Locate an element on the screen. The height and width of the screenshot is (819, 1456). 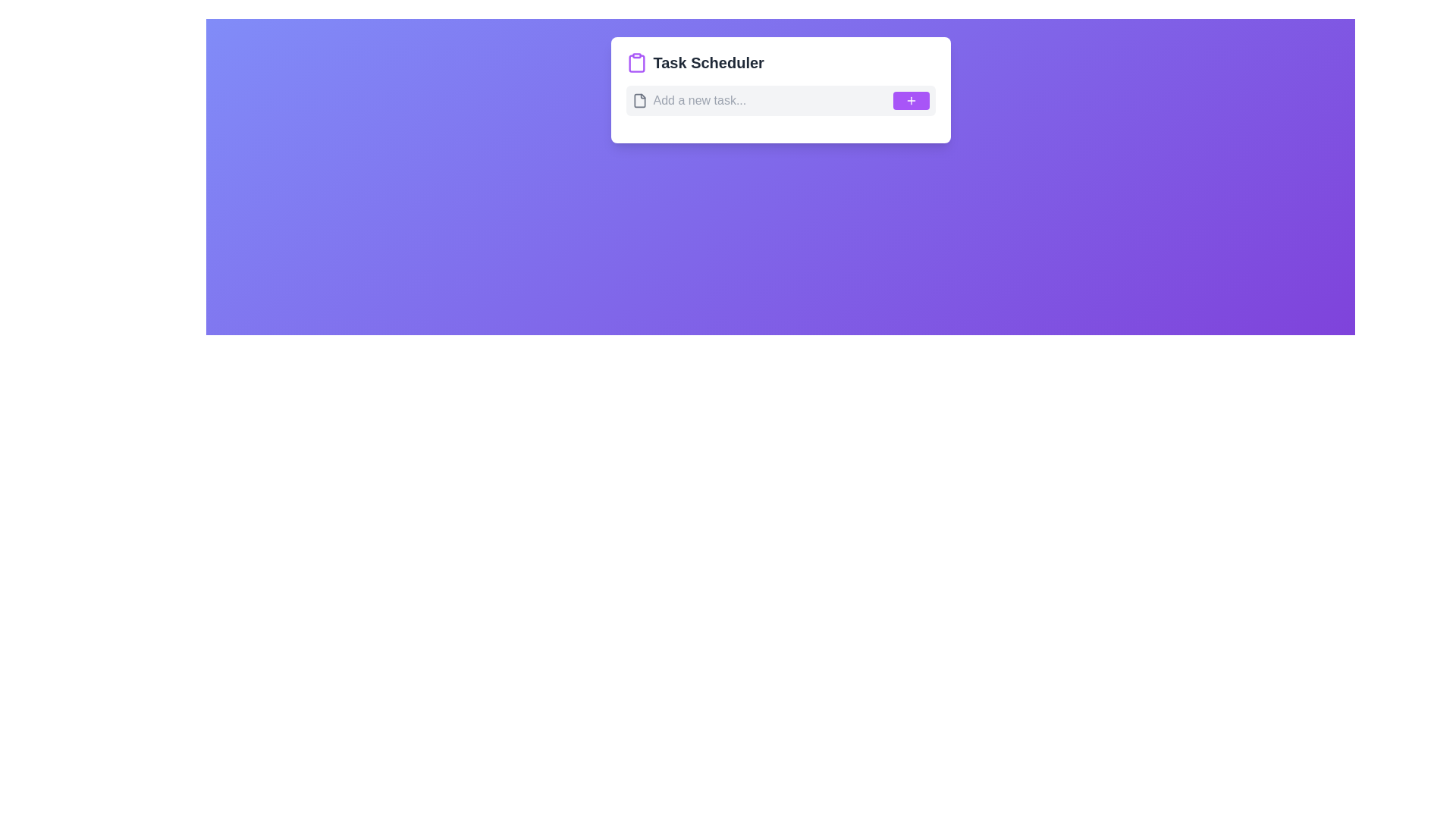
the icon located inside the purple rectangular button is located at coordinates (910, 100).